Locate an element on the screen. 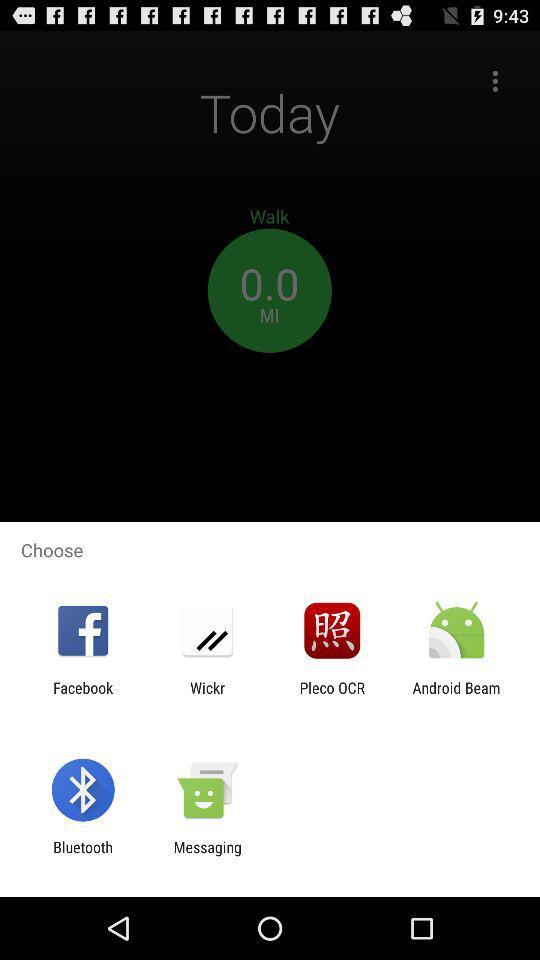 The image size is (540, 960). item to the right of the wickr item is located at coordinates (332, 696).